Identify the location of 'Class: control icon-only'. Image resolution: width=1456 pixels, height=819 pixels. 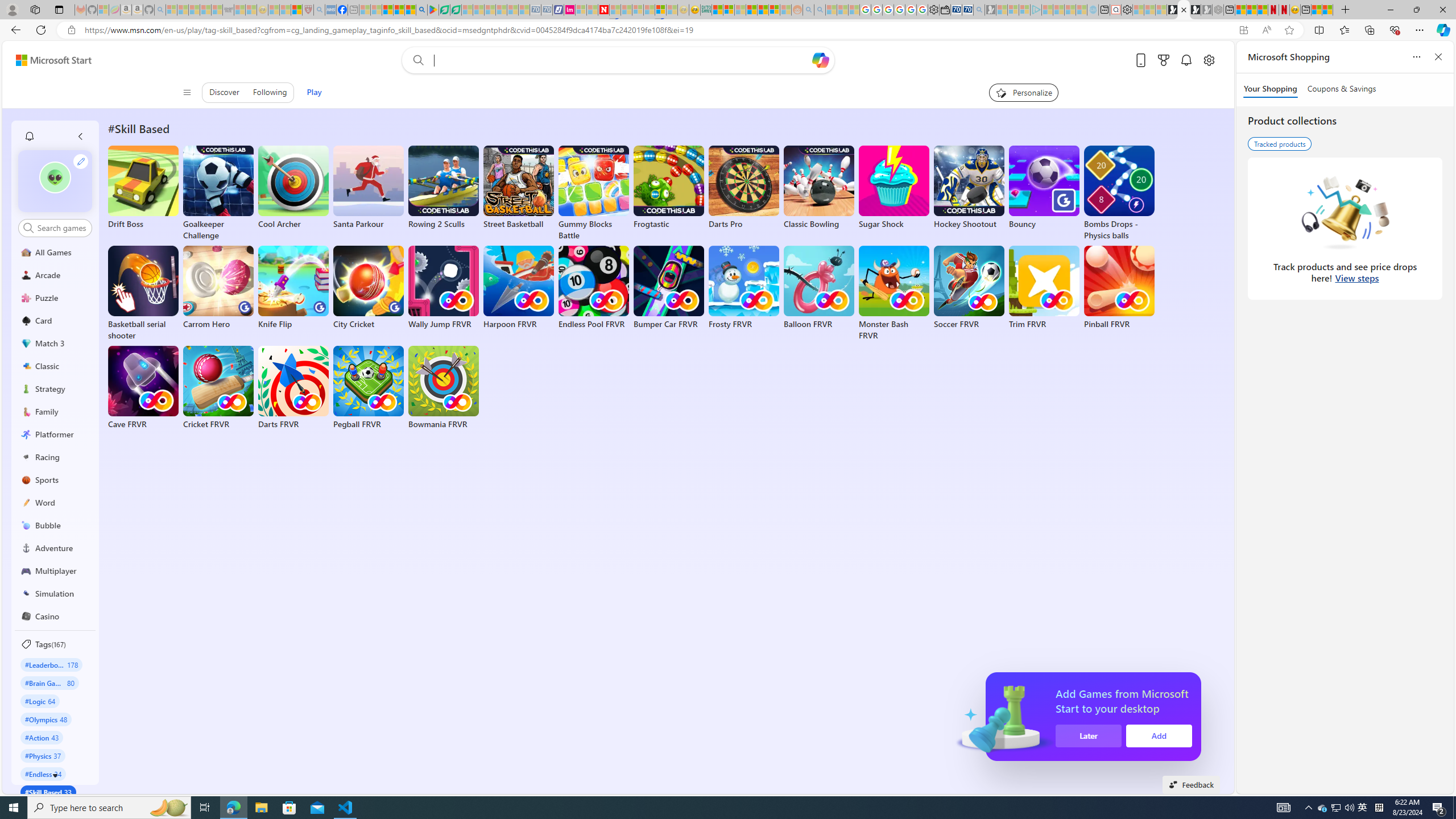
(186, 92).